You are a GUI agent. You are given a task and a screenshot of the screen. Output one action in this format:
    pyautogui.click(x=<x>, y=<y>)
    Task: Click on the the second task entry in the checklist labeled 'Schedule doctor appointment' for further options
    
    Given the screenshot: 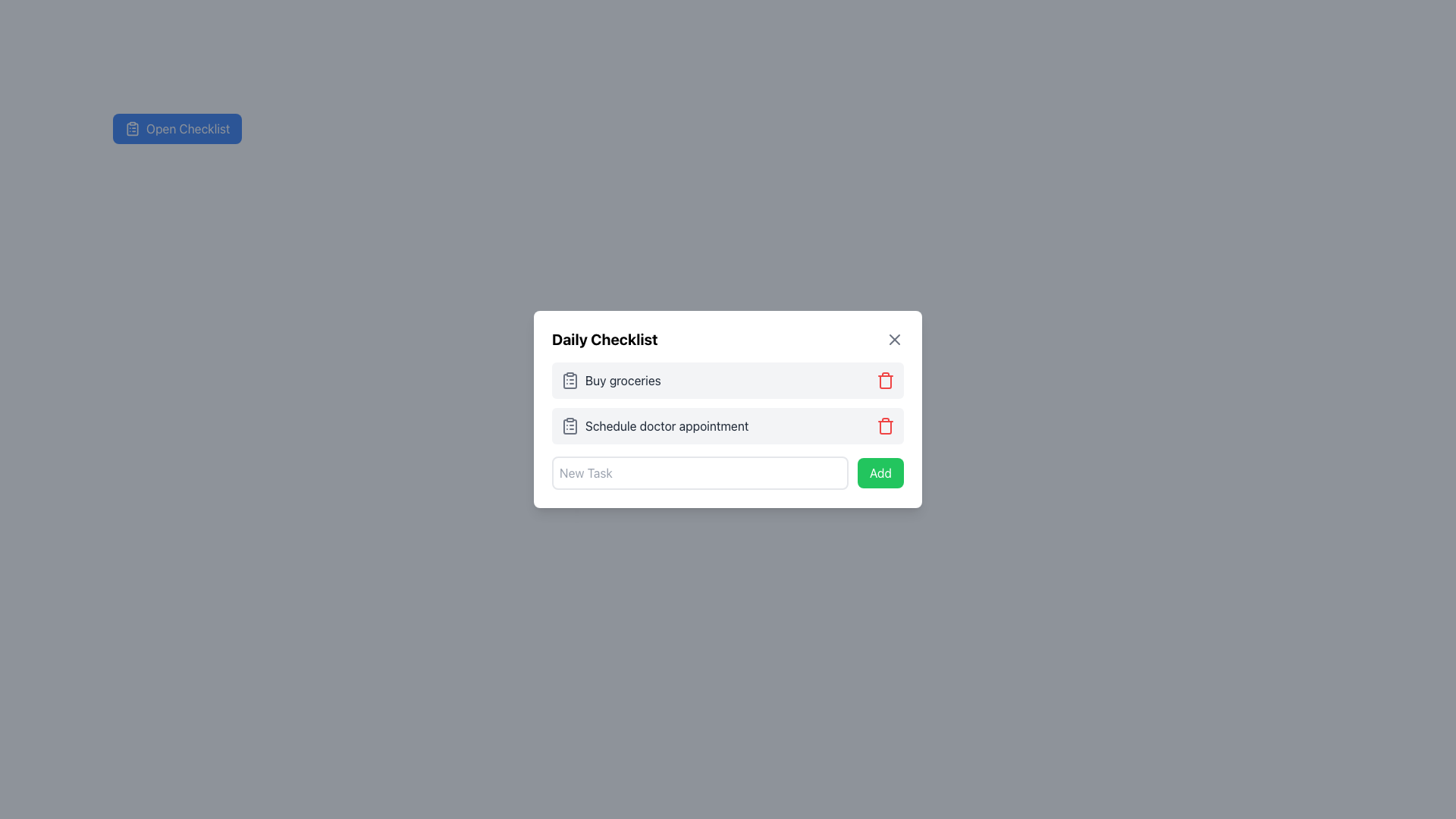 What is the action you would take?
    pyautogui.click(x=728, y=426)
    